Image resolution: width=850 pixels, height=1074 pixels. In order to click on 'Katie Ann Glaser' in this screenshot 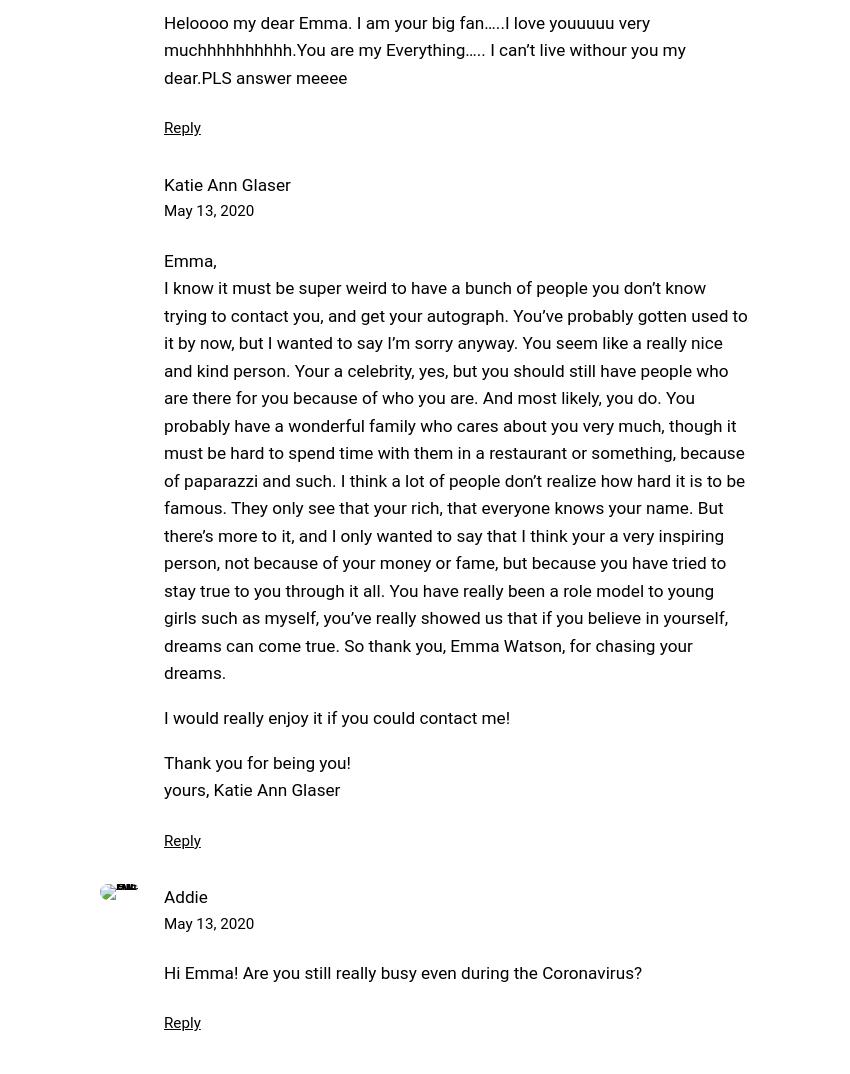, I will do `click(227, 183)`.